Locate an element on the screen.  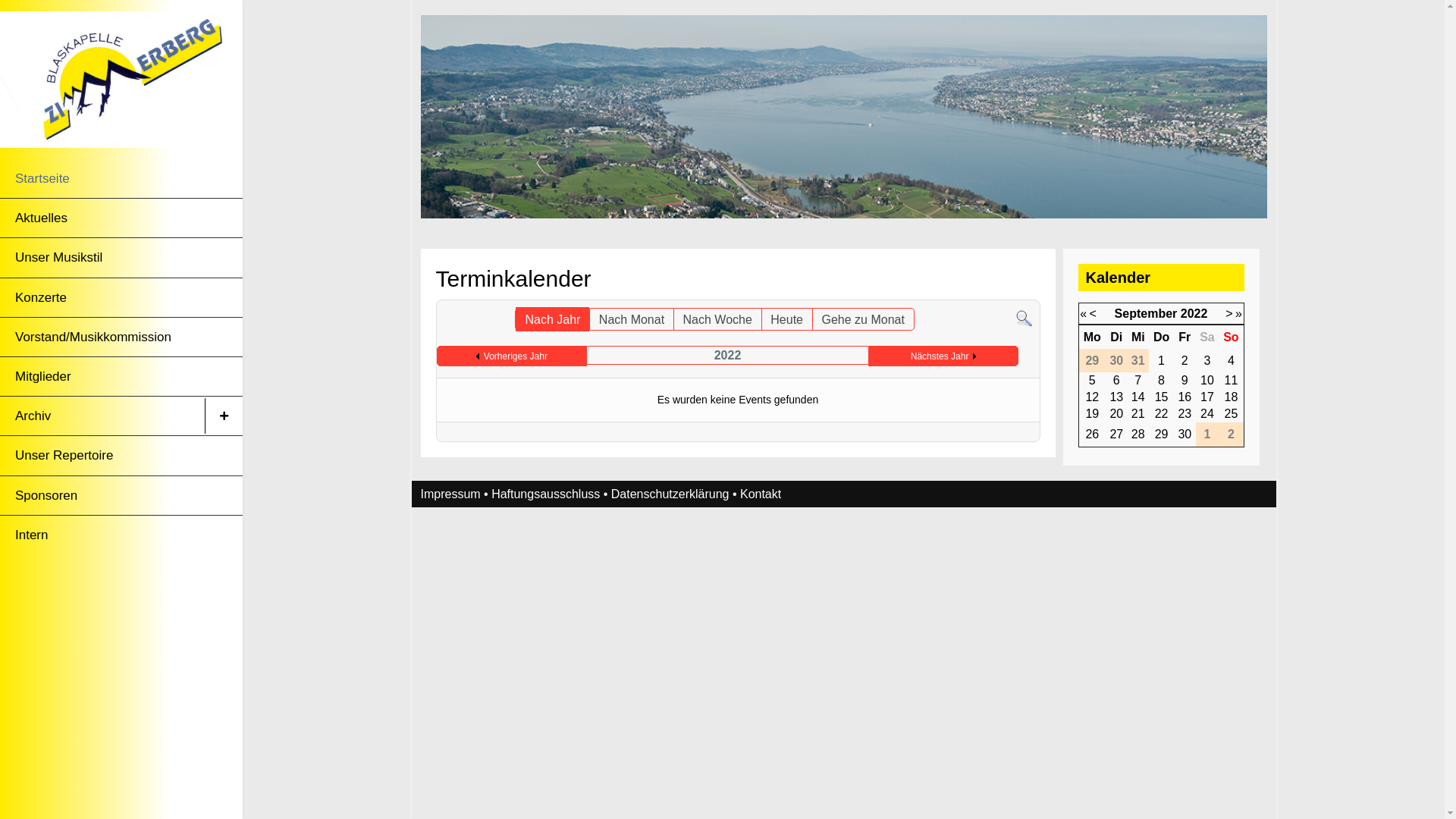
'4' is located at coordinates (1227, 360).